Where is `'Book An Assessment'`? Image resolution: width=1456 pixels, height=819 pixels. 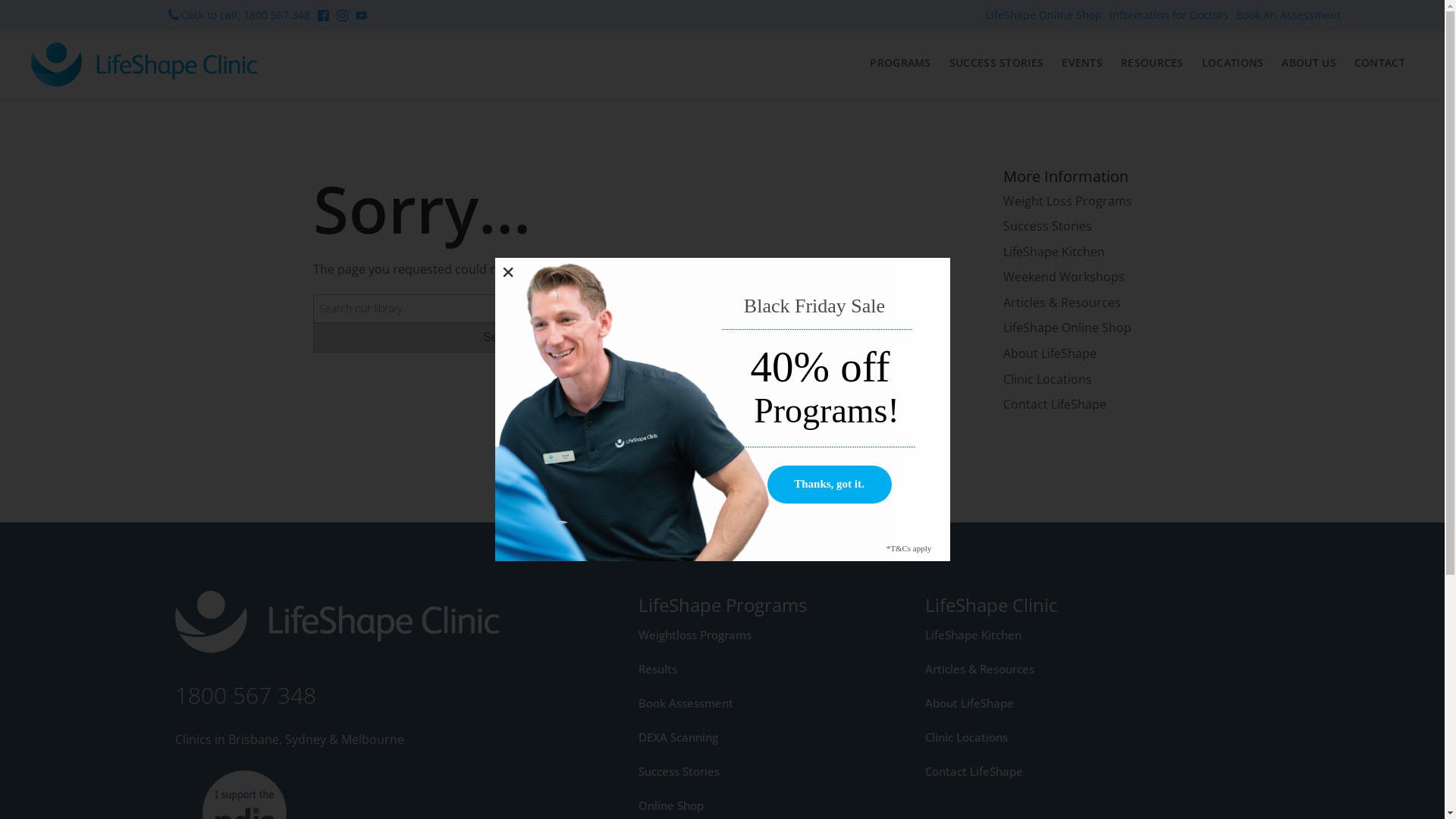 'Book An Assessment' is located at coordinates (1288, 14).